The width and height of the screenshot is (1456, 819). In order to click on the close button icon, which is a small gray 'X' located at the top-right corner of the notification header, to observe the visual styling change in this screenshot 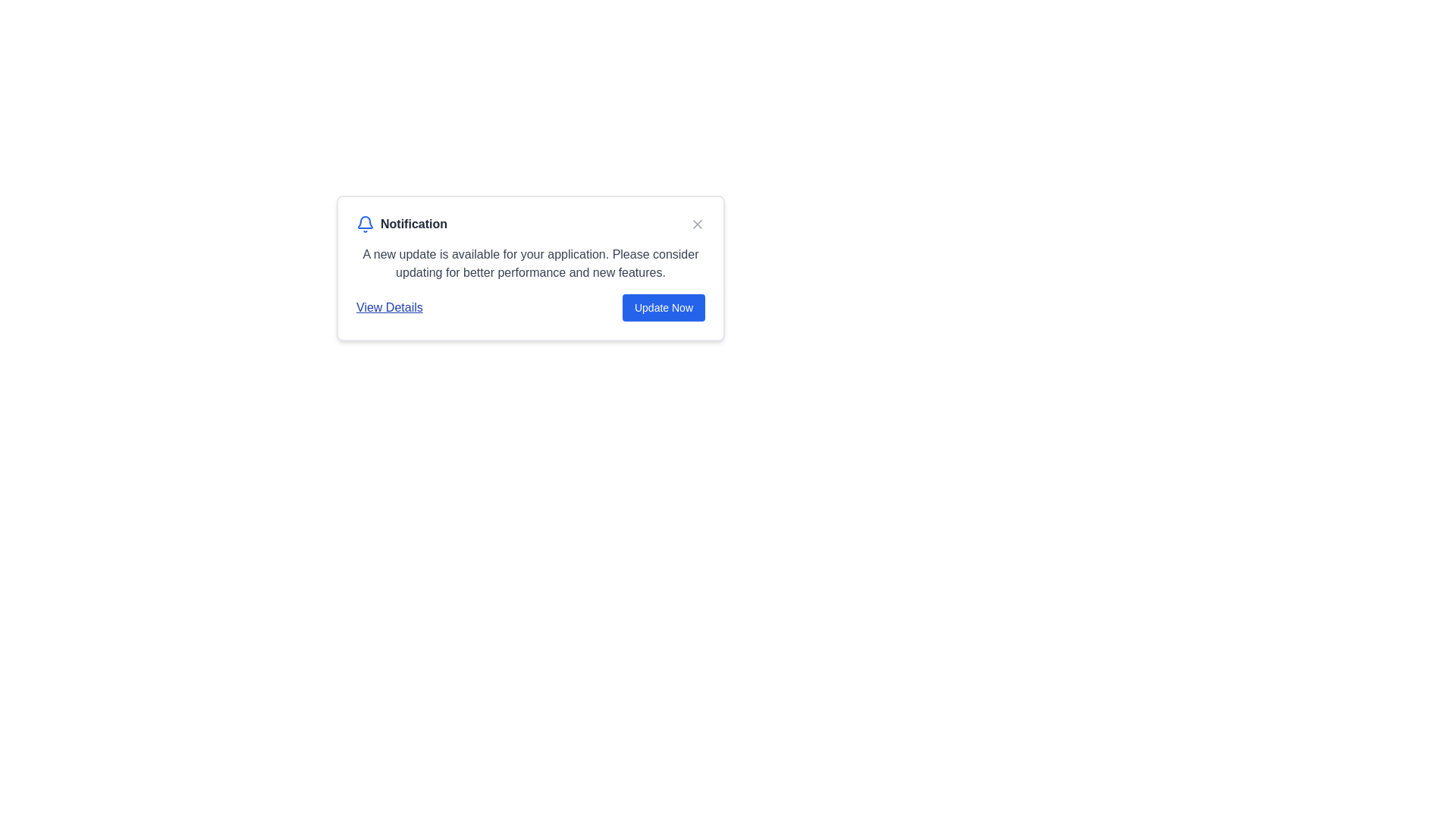, I will do `click(697, 224)`.